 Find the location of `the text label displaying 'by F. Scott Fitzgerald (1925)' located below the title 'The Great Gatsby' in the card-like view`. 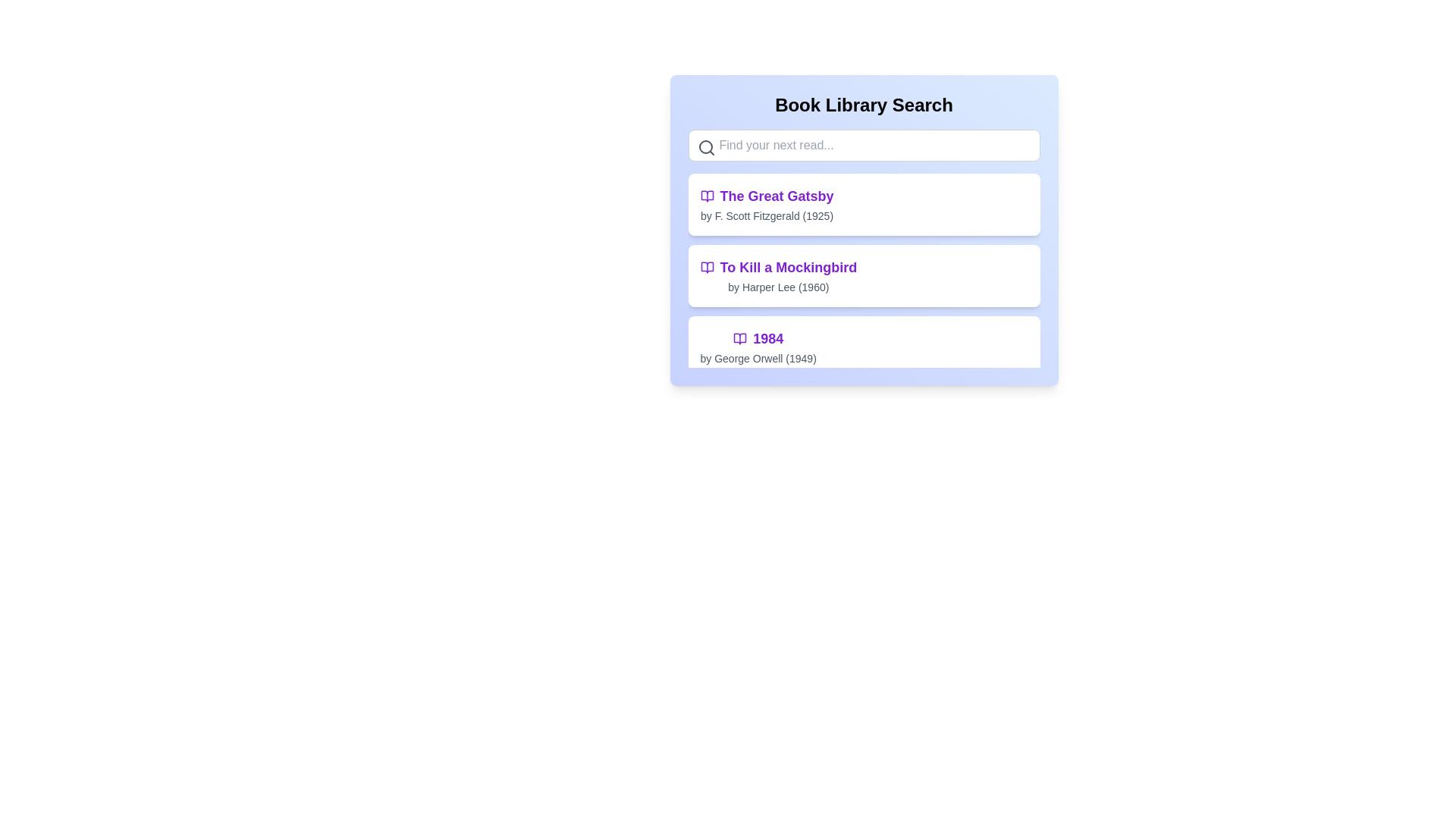

the text label displaying 'by F. Scott Fitzgerald (1925)' located below the title 'The Great Gatsby' in the card-like view is located at coordinates (767, 216).